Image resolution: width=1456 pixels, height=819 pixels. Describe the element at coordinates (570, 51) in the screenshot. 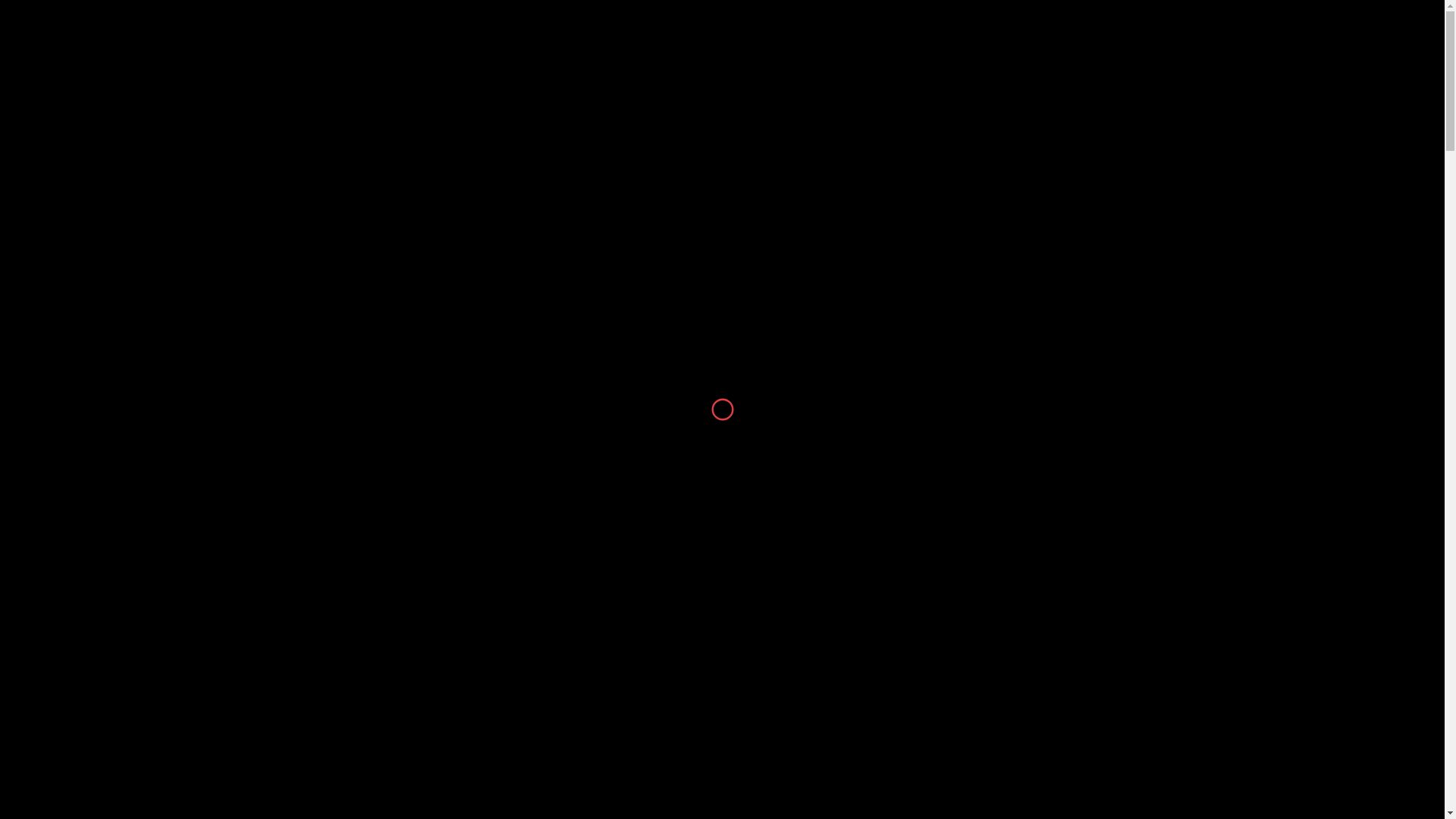

I see `'ACCESSORIES'` at that location.